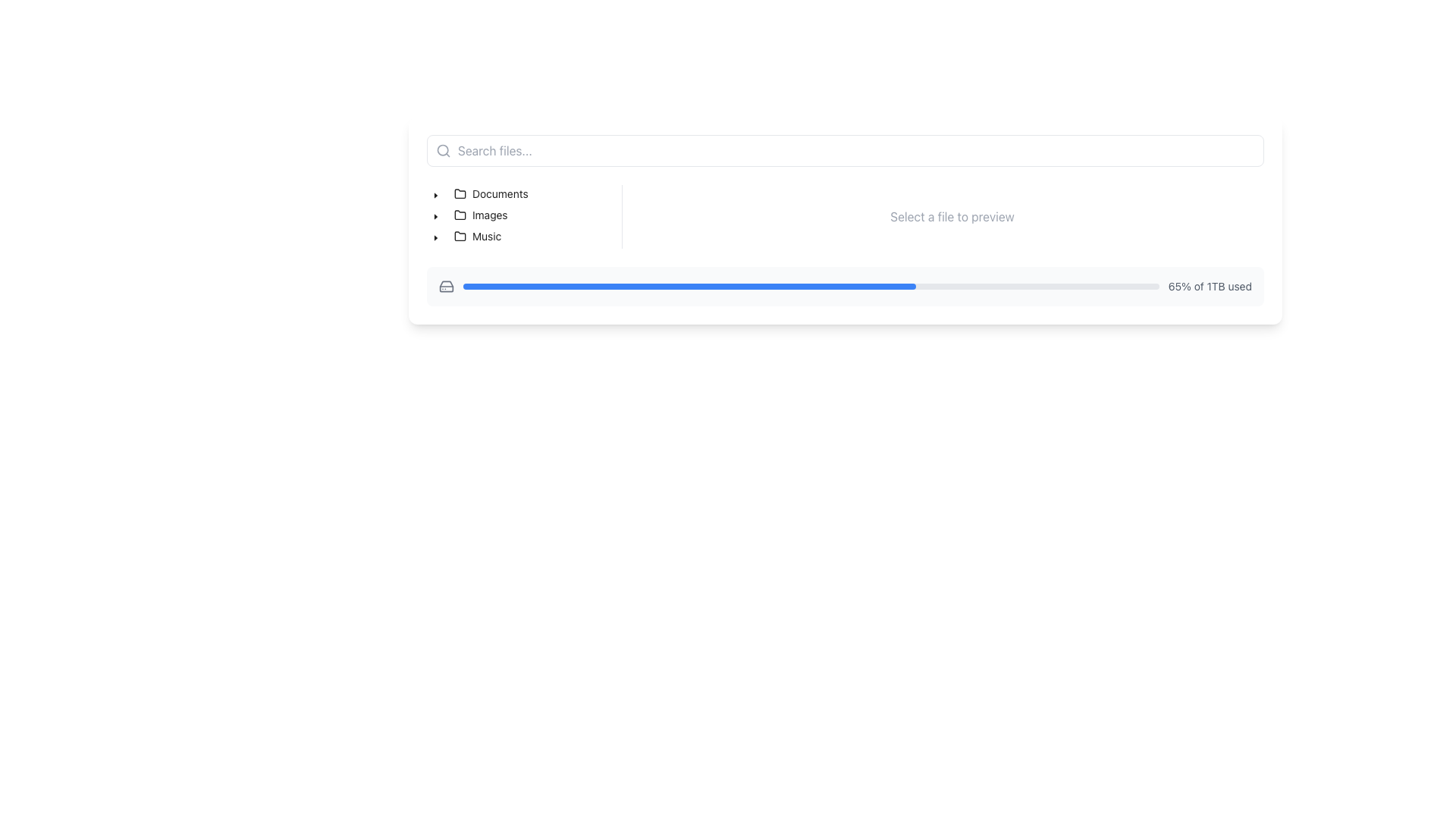  I want to click on the first folder item, so click(479, 193).